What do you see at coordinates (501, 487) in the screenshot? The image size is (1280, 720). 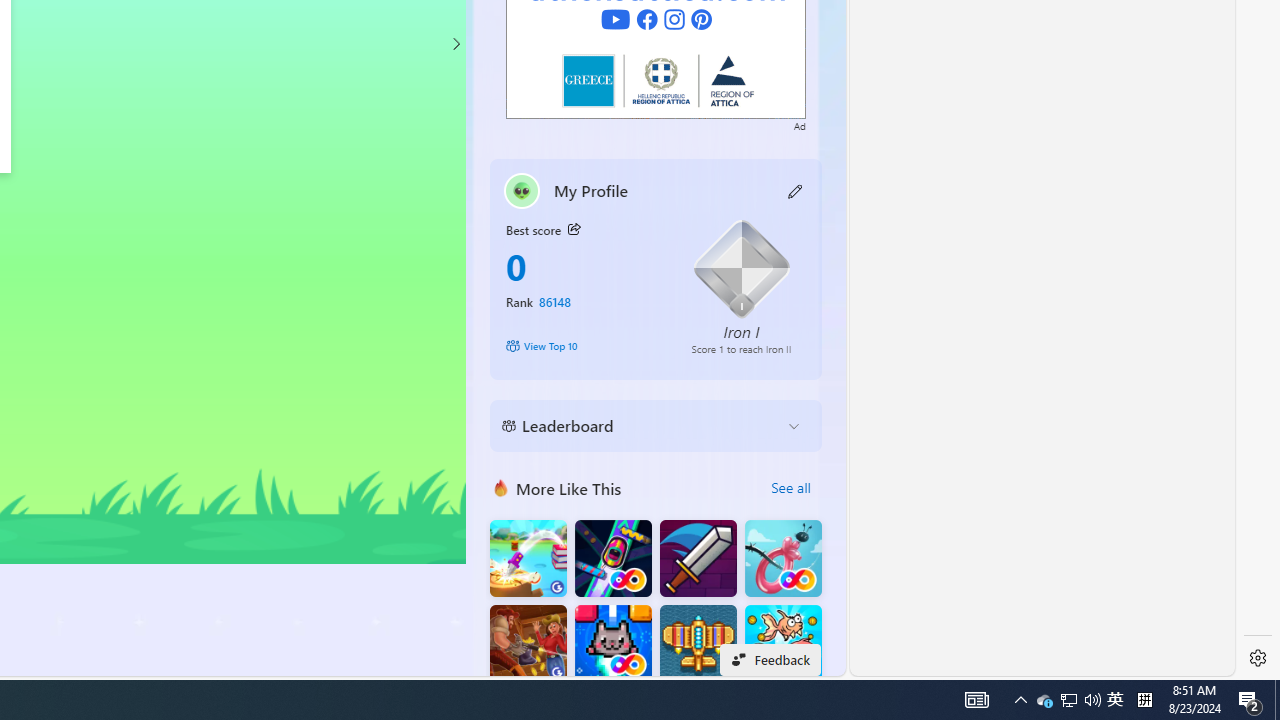 I see `'More Like This'` at bounding box center [501, 487].